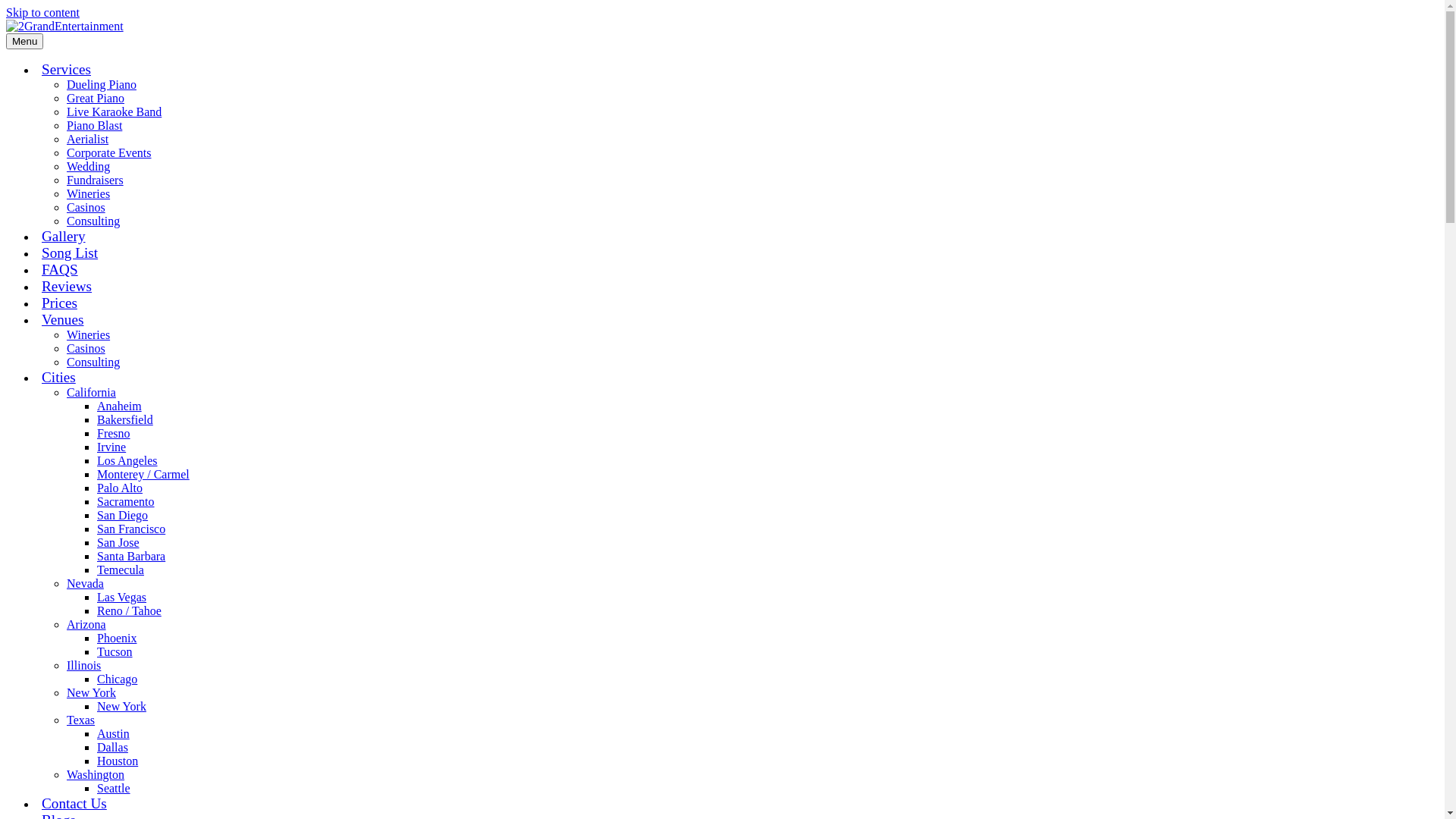 The image size is (1456, 819). What do you see at coordinates (62, 236) in the screenshot?
I see `'Gallery'` at bounding box center [62, 236].